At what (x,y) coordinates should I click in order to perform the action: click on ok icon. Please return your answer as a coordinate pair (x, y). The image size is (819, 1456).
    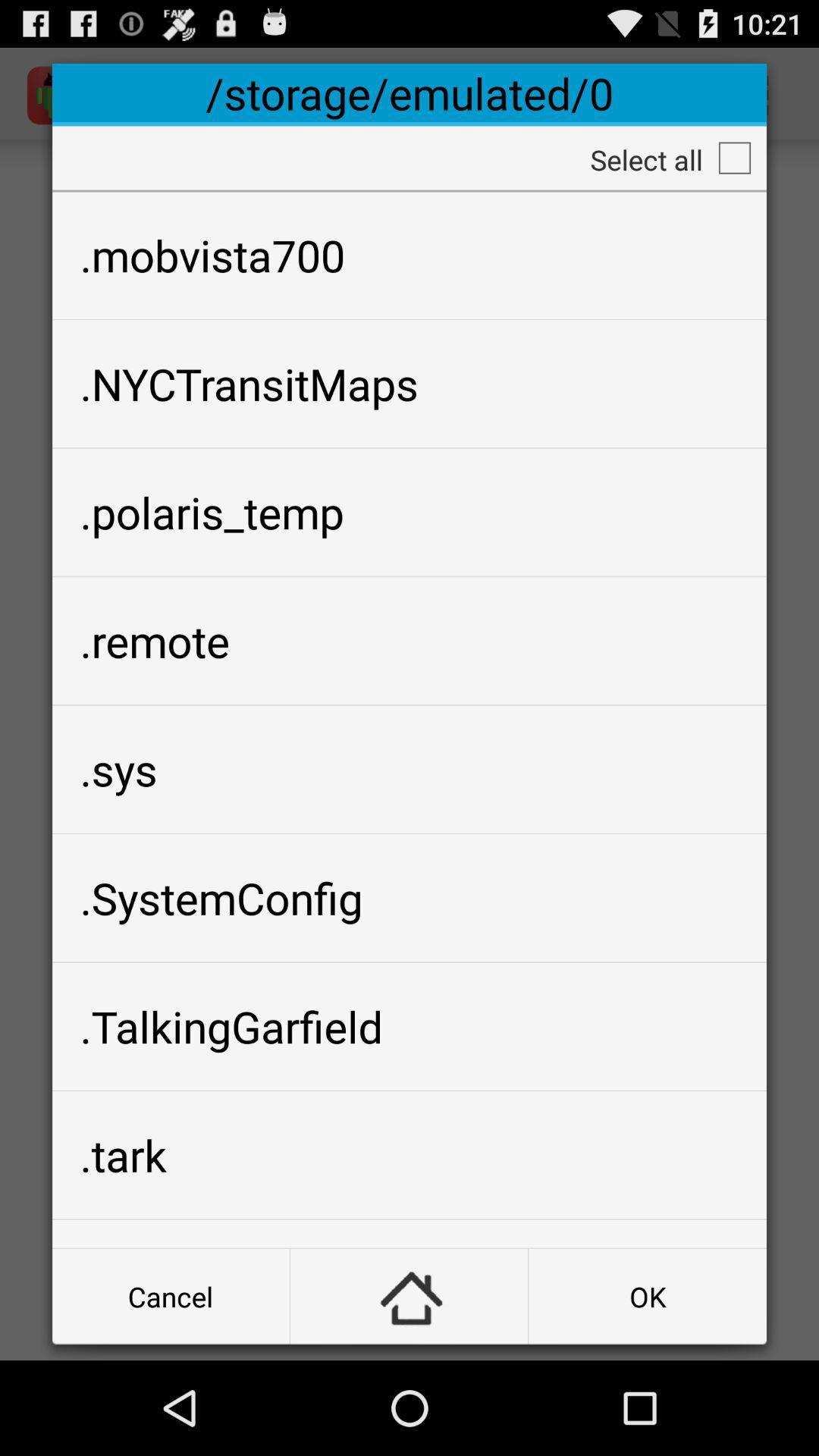
    Looking at the image, I should click on (648, 1295).